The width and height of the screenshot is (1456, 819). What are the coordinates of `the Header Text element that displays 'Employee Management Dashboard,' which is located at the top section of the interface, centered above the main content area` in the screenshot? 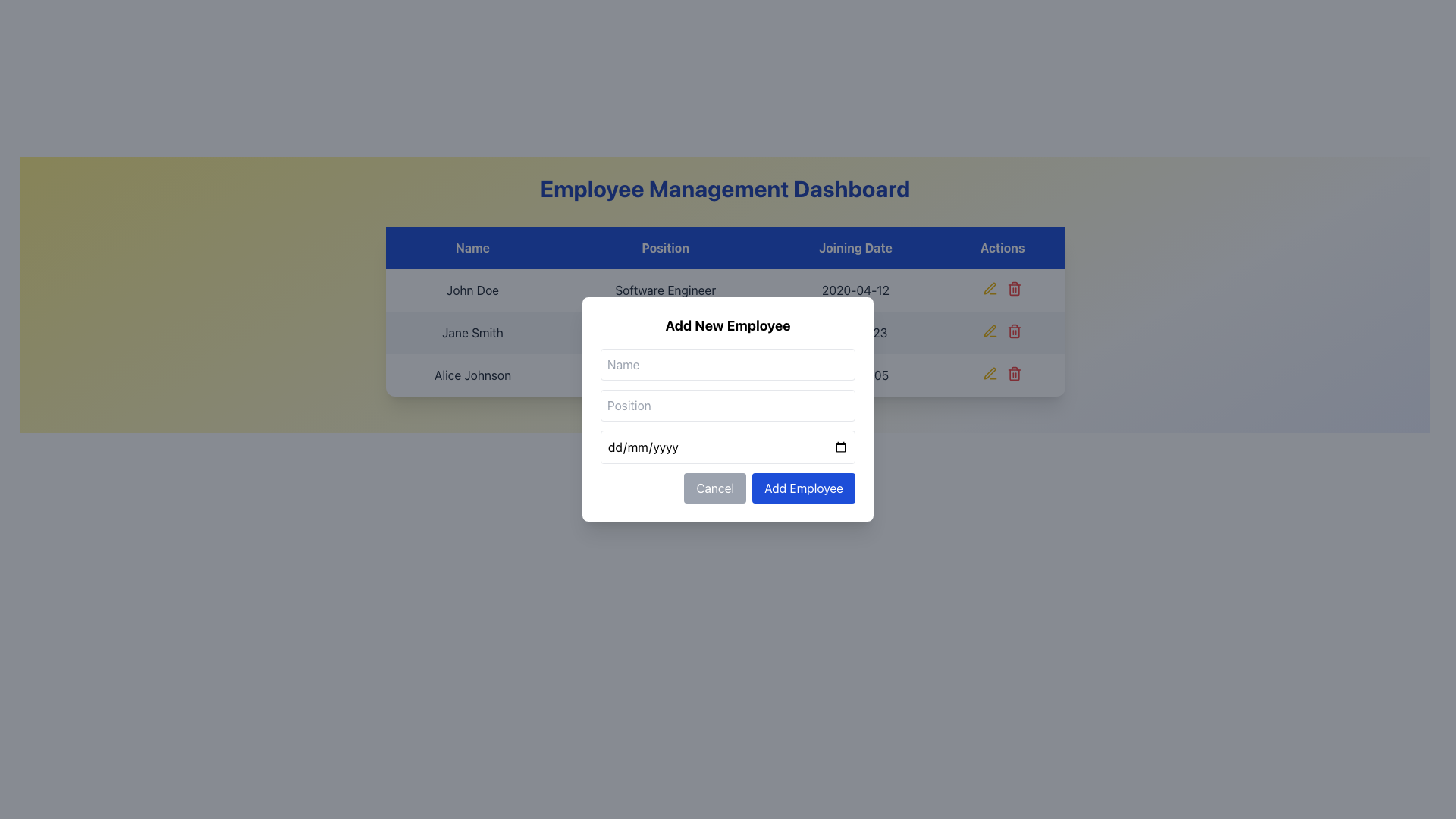 It's located at (724, 188).